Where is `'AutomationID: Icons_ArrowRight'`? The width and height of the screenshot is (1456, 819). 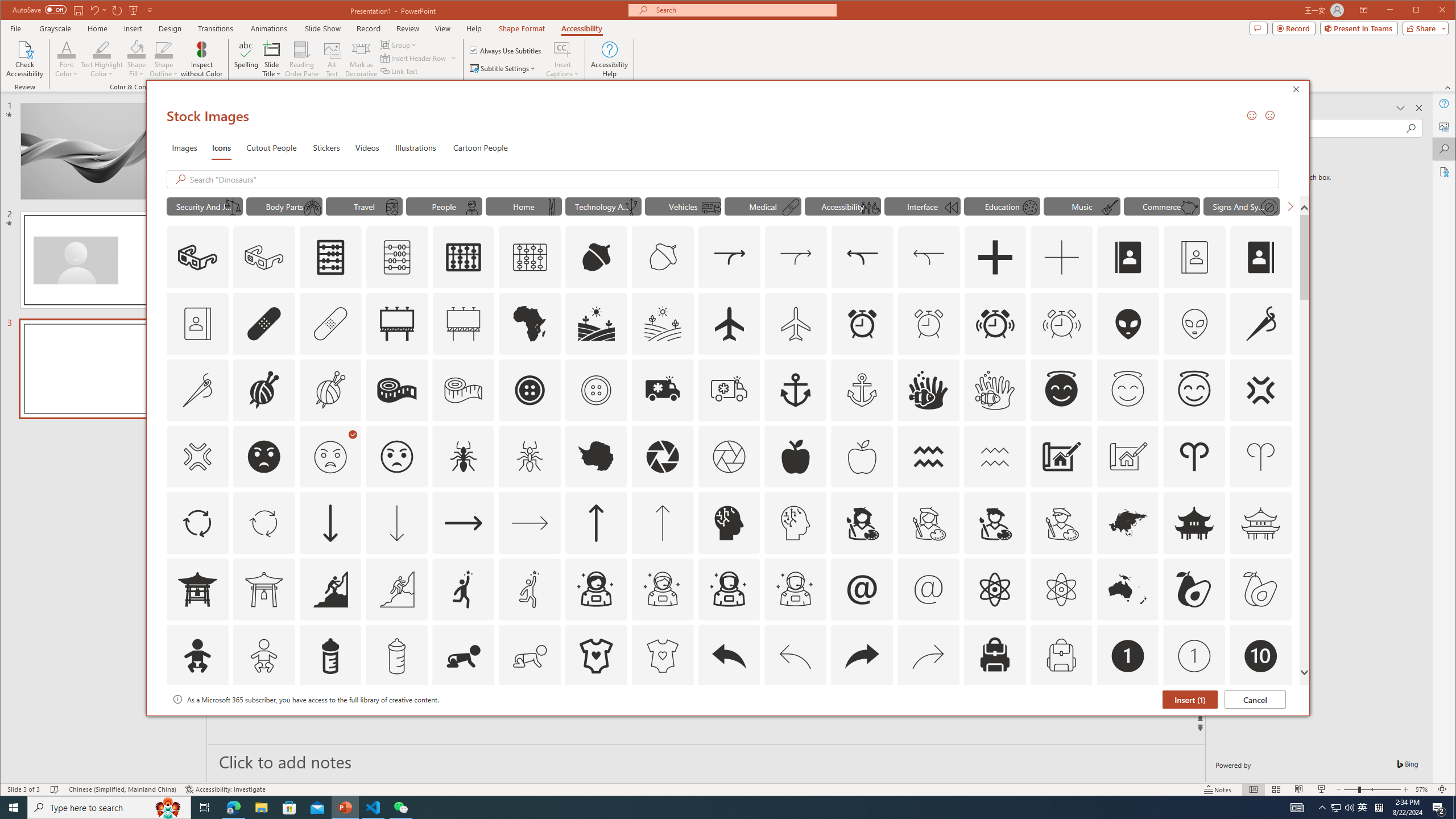
'AutomationID: Icons_ArrowRight' is located at coordinates (463, 523).